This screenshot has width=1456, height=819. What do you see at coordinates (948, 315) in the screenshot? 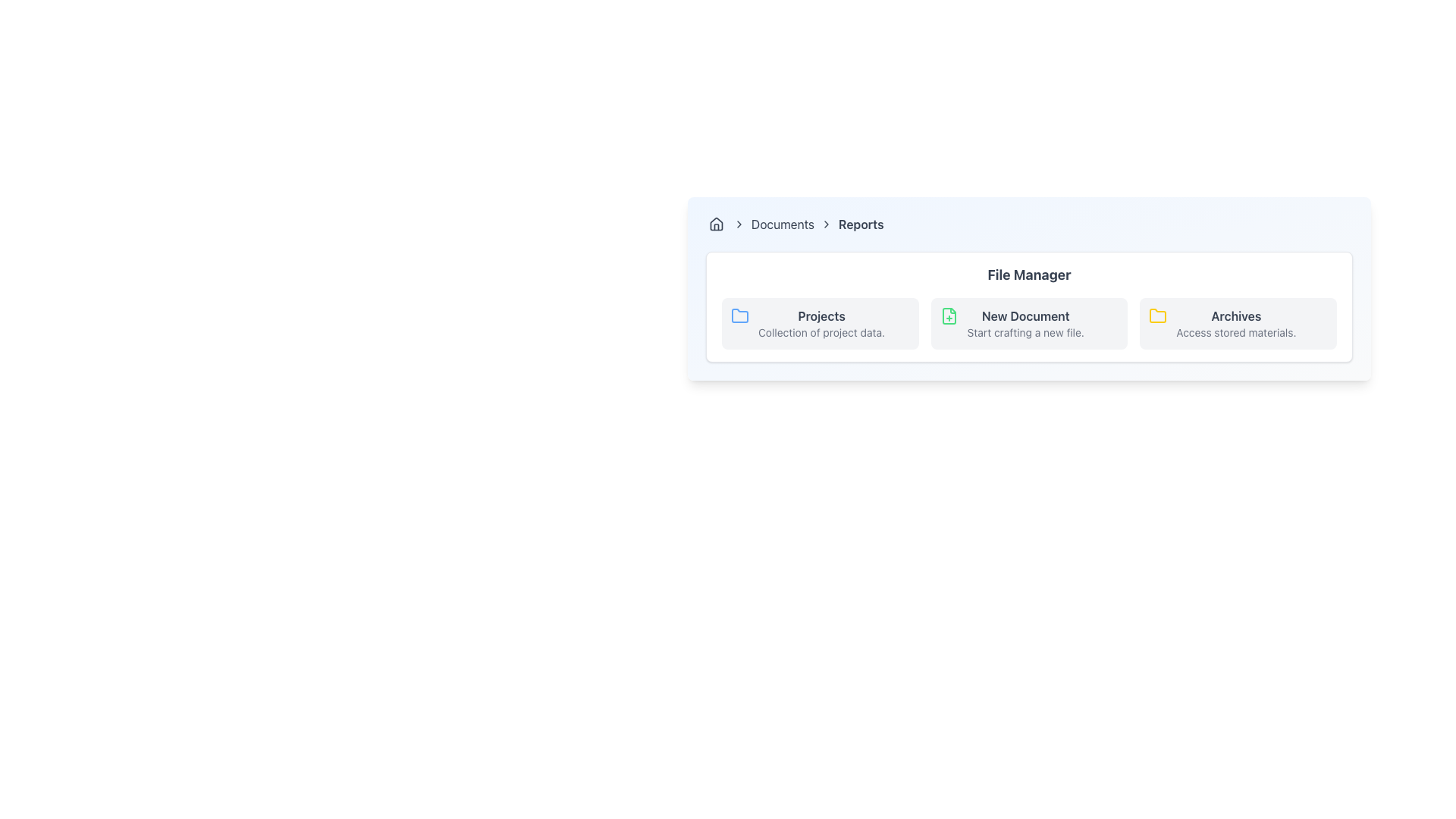
I see `the file creation icon with a green outline and a '+' sign, located on the 'New Document' card in the File Manager interface` at bounding box center [948, 315].